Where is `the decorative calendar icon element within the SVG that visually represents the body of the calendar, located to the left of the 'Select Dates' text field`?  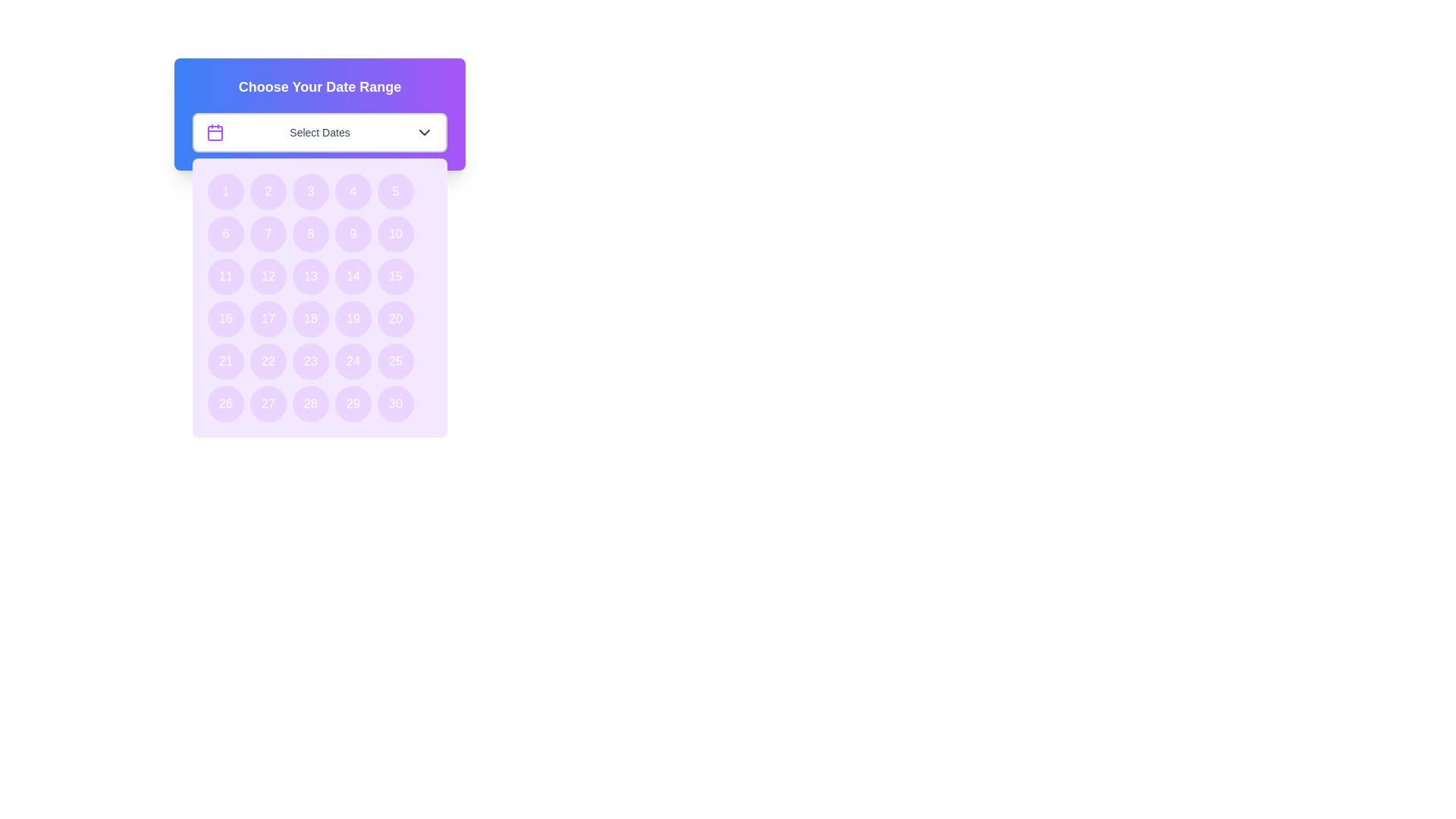 the decorative calendar icon element within the SVG that visually represents the body of the calendar, located to the left of the 'Select Dates' text field is located at coordinates (214, 133).